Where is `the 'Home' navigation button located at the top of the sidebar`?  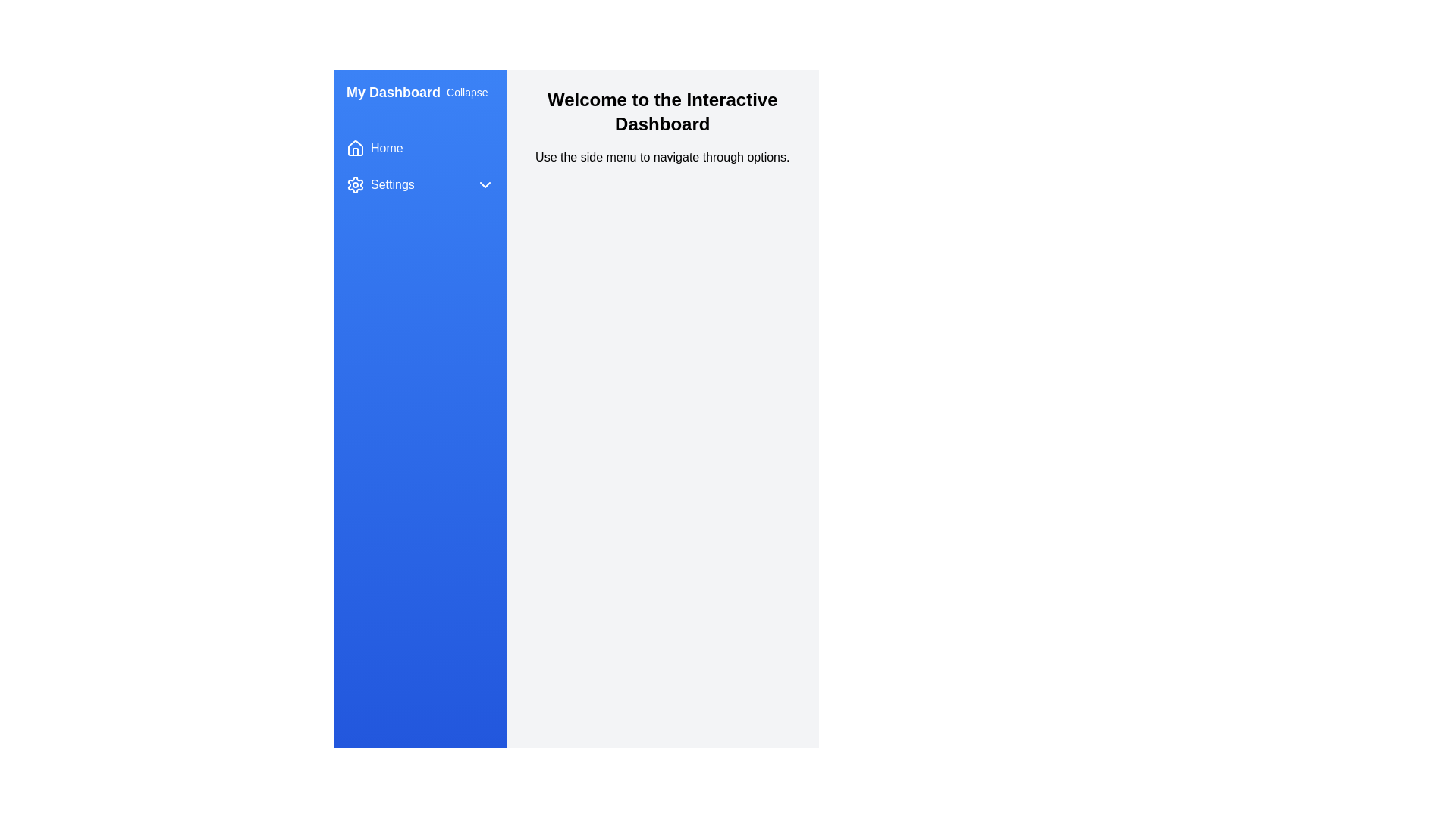
the 'Home' navigation button located at the top of the sidebar is located at coordinates (420, 149).